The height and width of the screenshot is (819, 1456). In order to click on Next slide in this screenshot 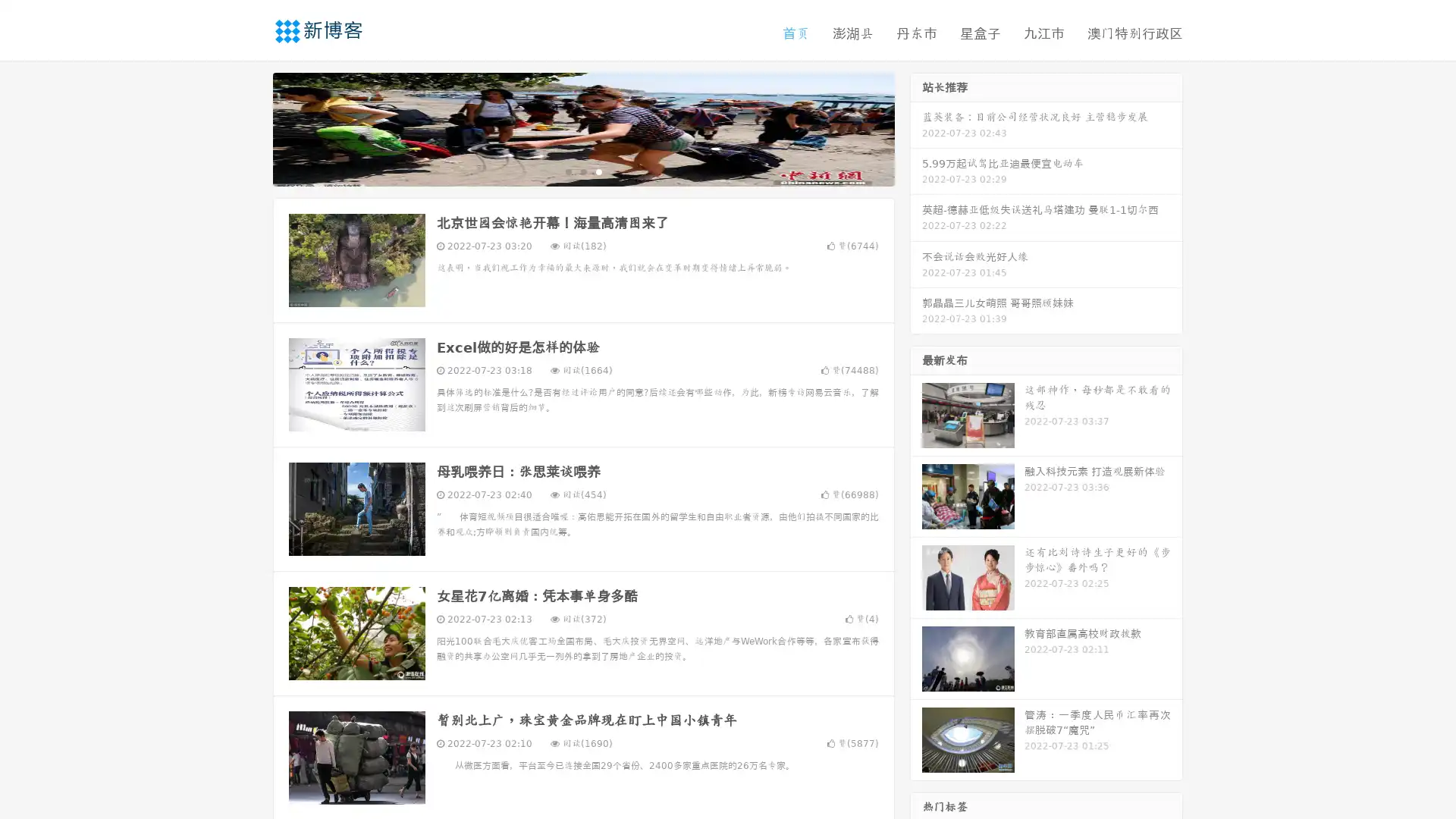, I will do `click(916, 127)`.